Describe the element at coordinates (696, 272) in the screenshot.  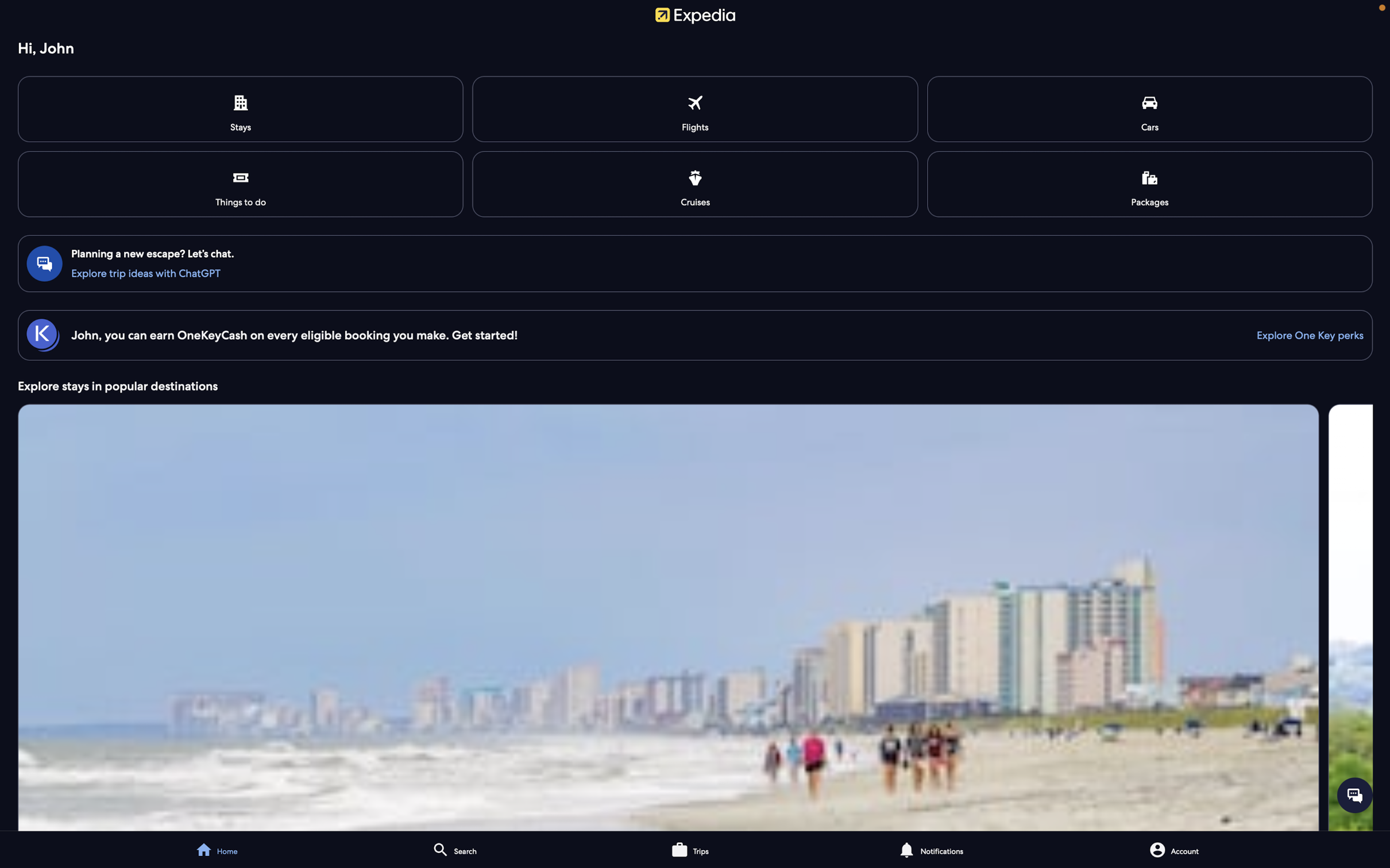
I see `the communication with the automated chat representative` at that location.